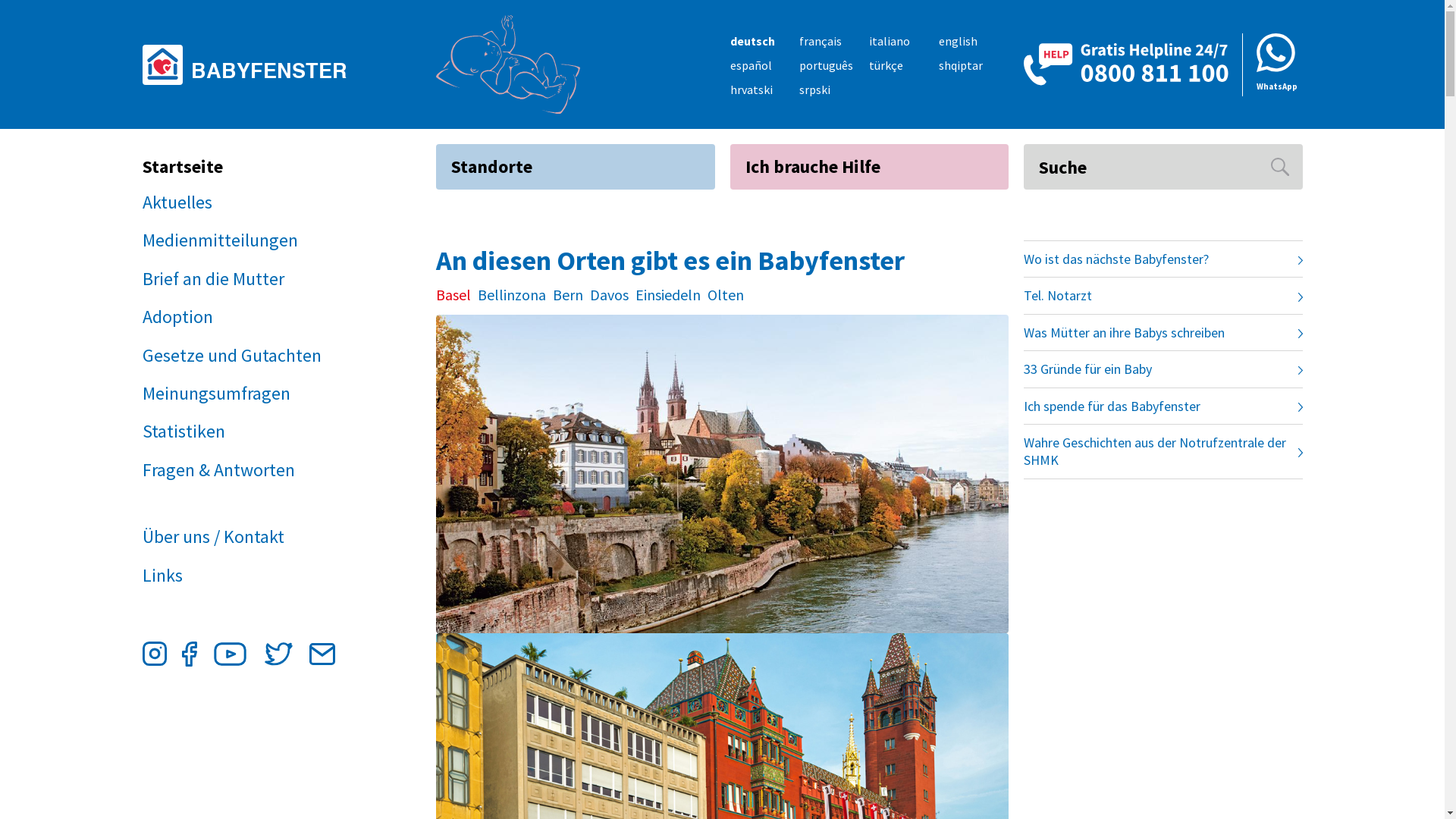  I want to click on 'hrvatski', so click(750, 89).